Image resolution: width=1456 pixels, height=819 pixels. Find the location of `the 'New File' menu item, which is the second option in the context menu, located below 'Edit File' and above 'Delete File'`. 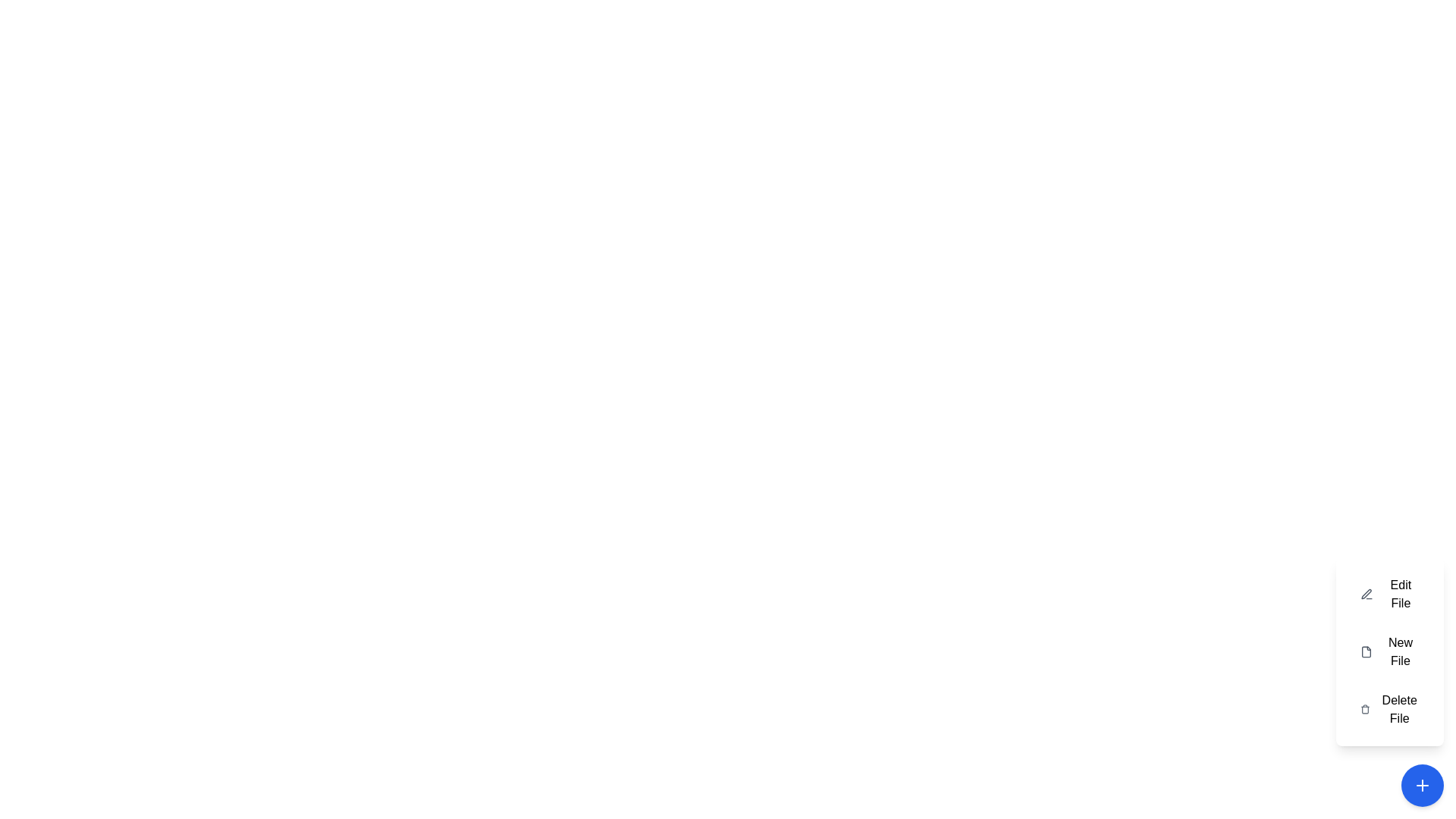

the 'New File' menu item, which is the second option in the context menu, located below 'Edit File' and above 'Delete File' is located at coordinates (1399, 651).